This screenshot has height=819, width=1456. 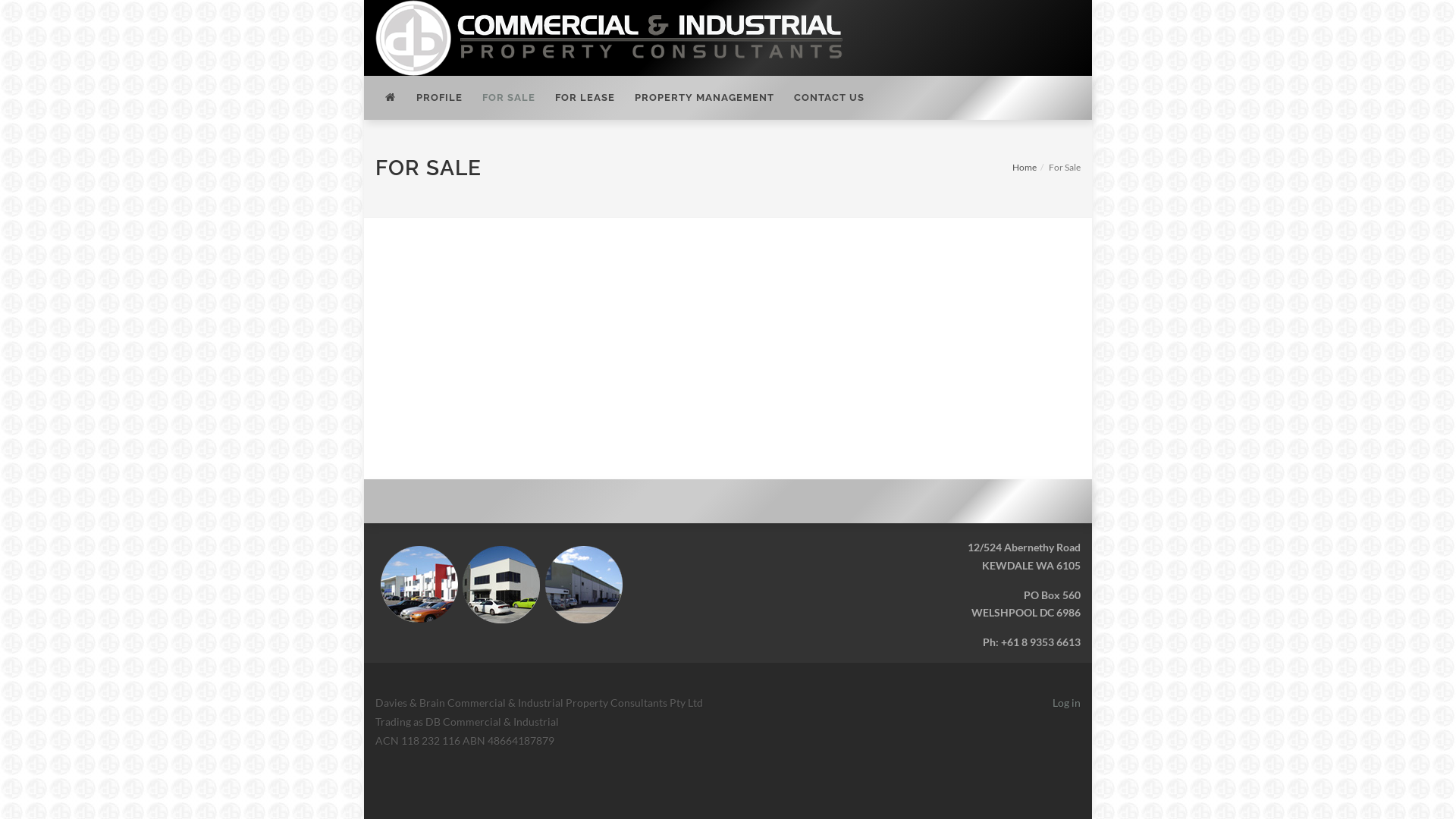 What do you see at coordinates (584, 97) in the screenshot?
I see `'FOR LEASE'` at bounding box center [584, 97].